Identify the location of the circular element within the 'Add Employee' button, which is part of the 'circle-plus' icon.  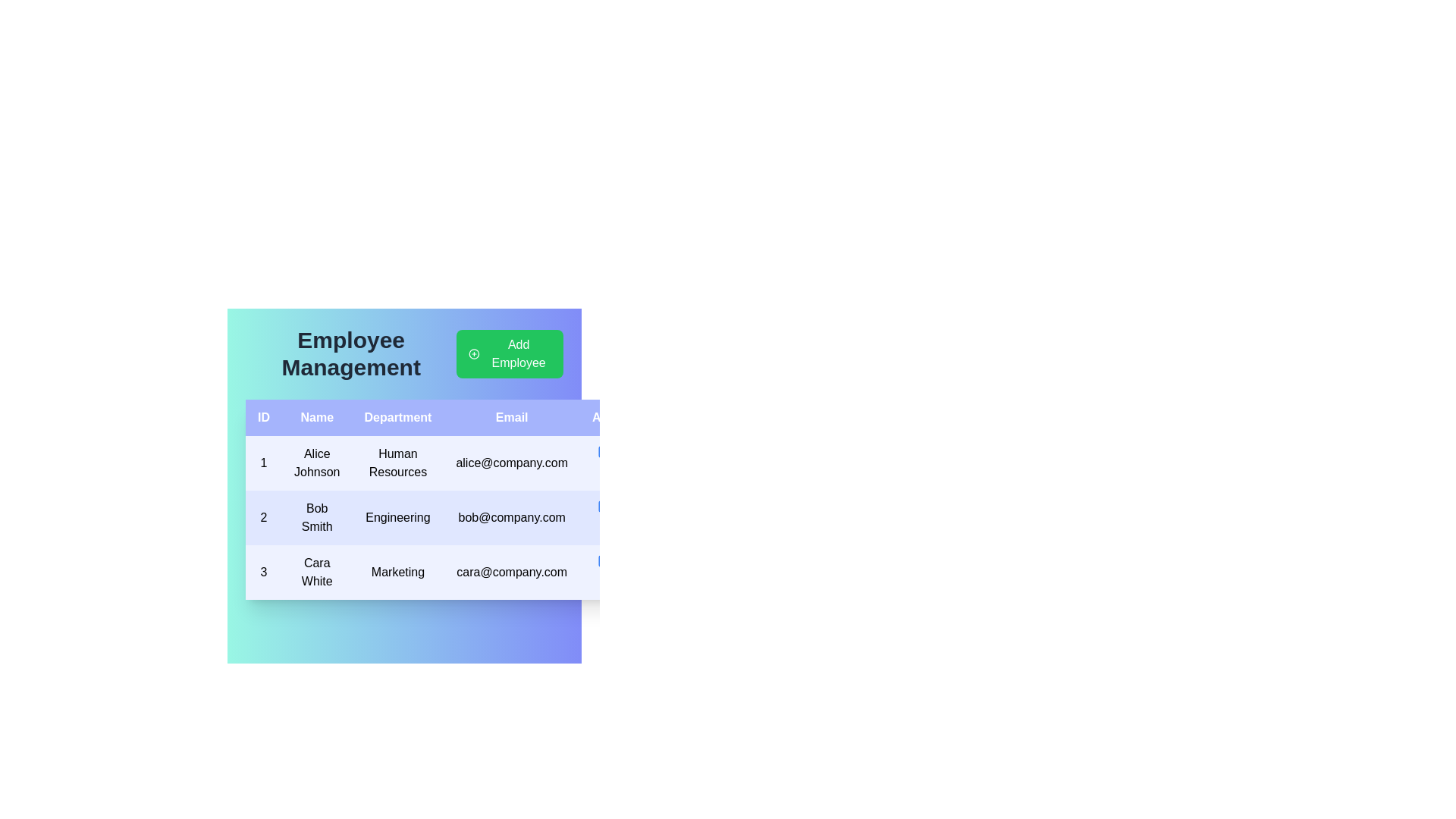
(473, 353).